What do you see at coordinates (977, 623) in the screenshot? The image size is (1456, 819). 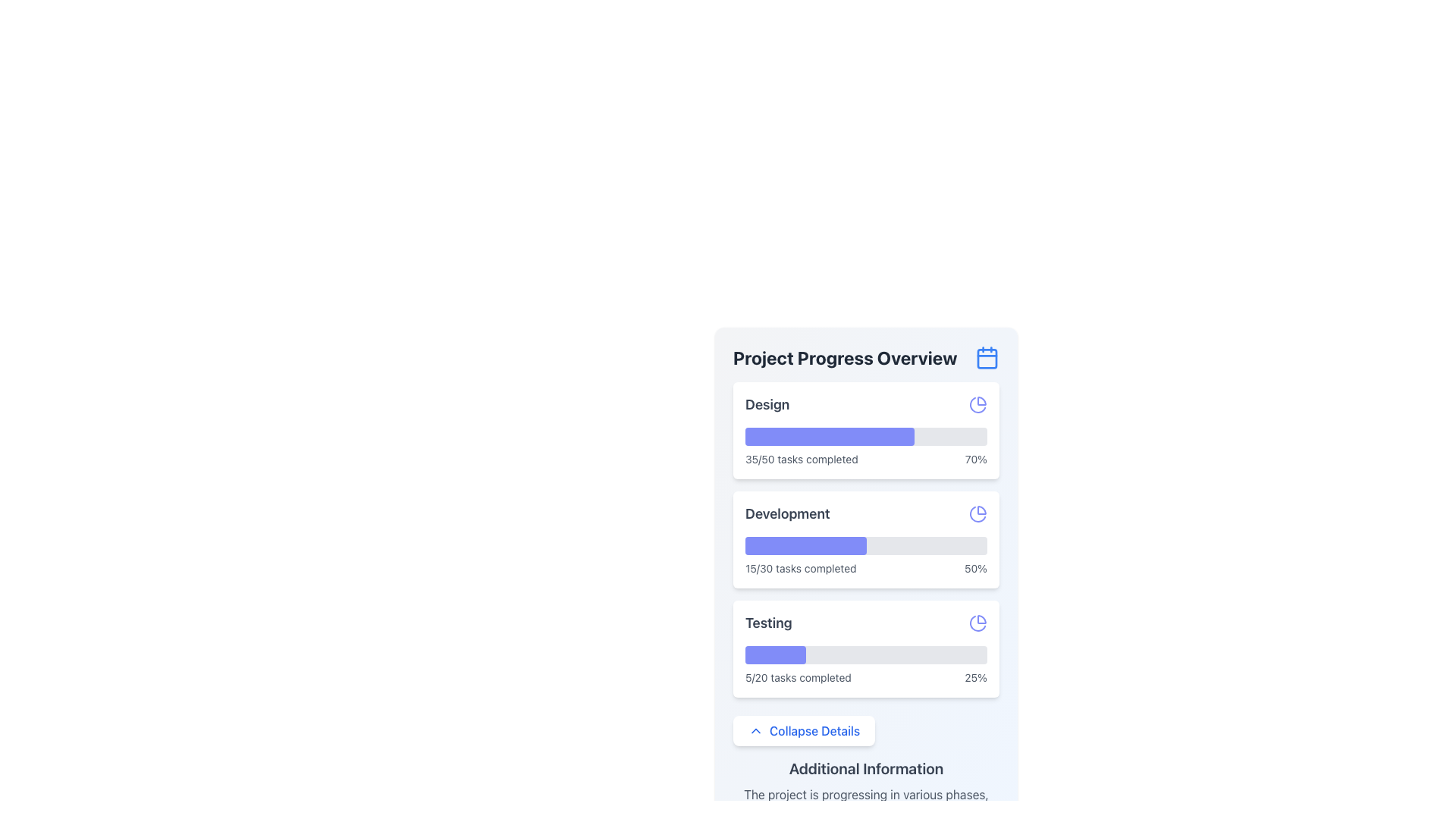 I see `pie chart segment located in the 'Testing' section of the progress overview card interface, which is styled with a stroke and no fill, positioned below and to the right of the main circular chart` at bounding box center [977, 623].